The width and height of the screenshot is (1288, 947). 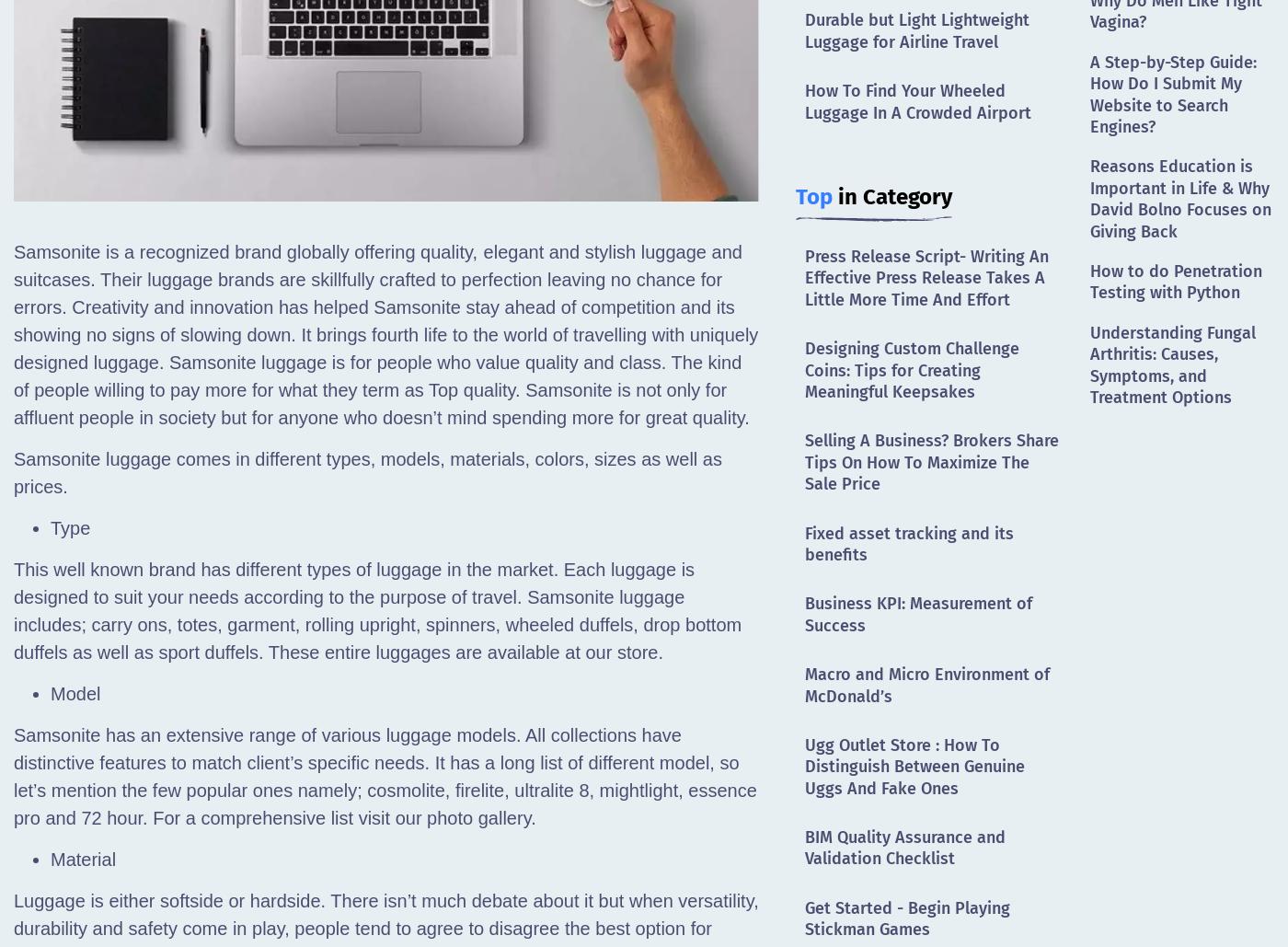 What do you see at coordinates (916, 30) in the screenshot?
I see `'Durable but Light Lightweight Luggage for Airline Travel'` at bounding box center [916, 30].